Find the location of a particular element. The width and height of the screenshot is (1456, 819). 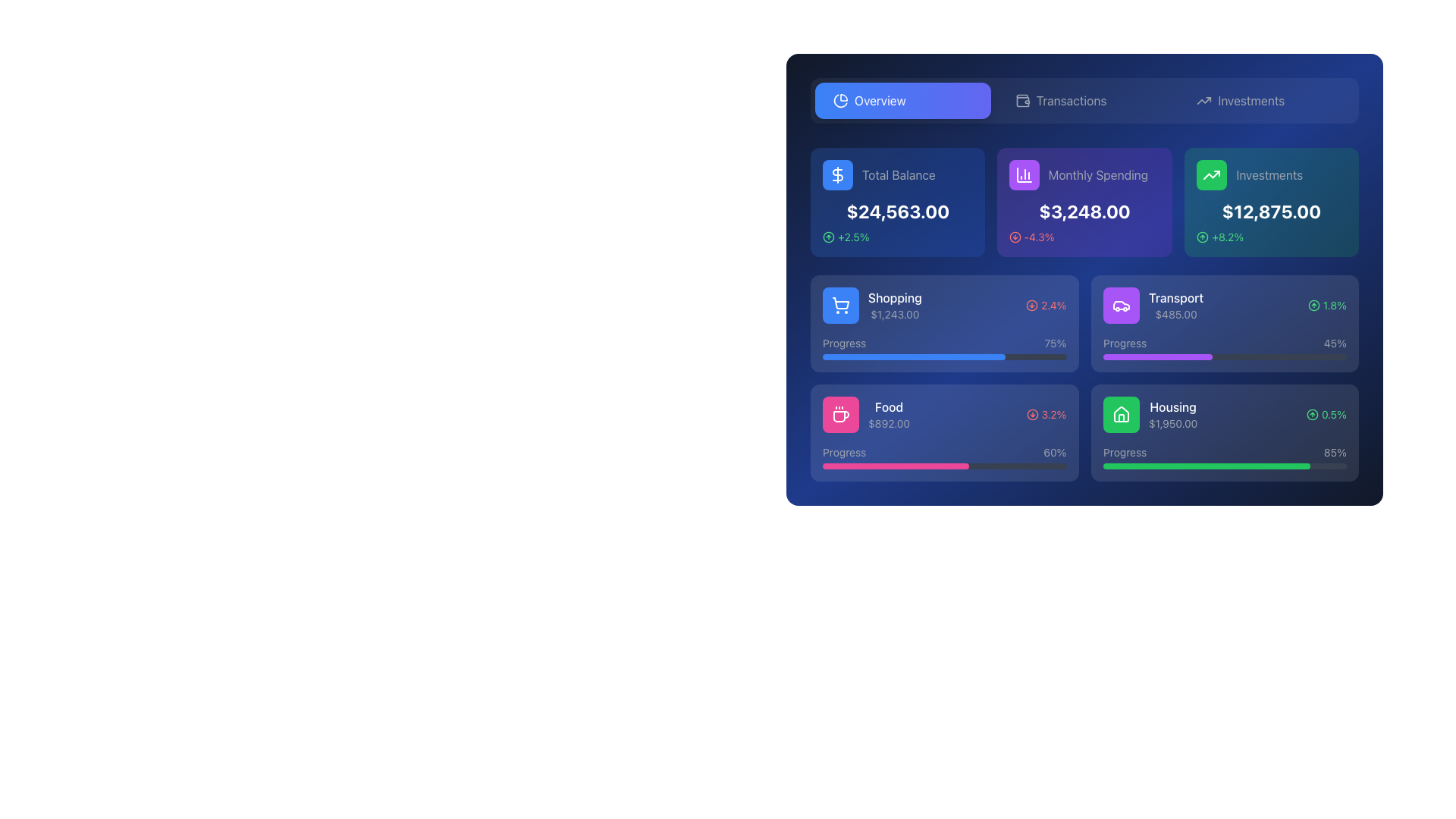

the text box displaying '3.2%' in red color, located in the bottom row of the dashboard within the 'Food' category section is located at coordinates (1053, 415).